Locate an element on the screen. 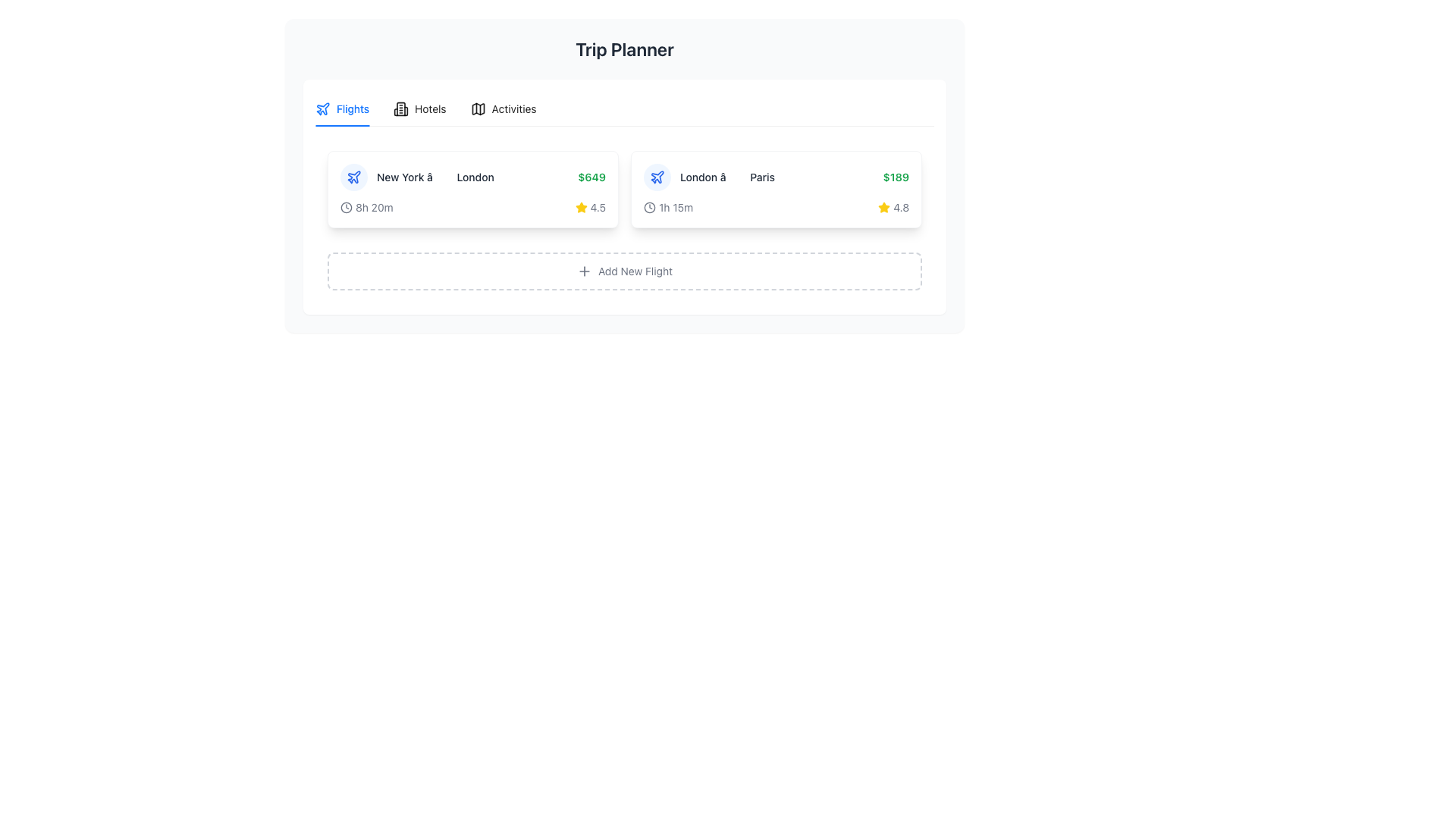 The height and width of the screenshot is (819, 1456). the 'Hotels' icon in the navigation bar is located at coordinates (400, 108).